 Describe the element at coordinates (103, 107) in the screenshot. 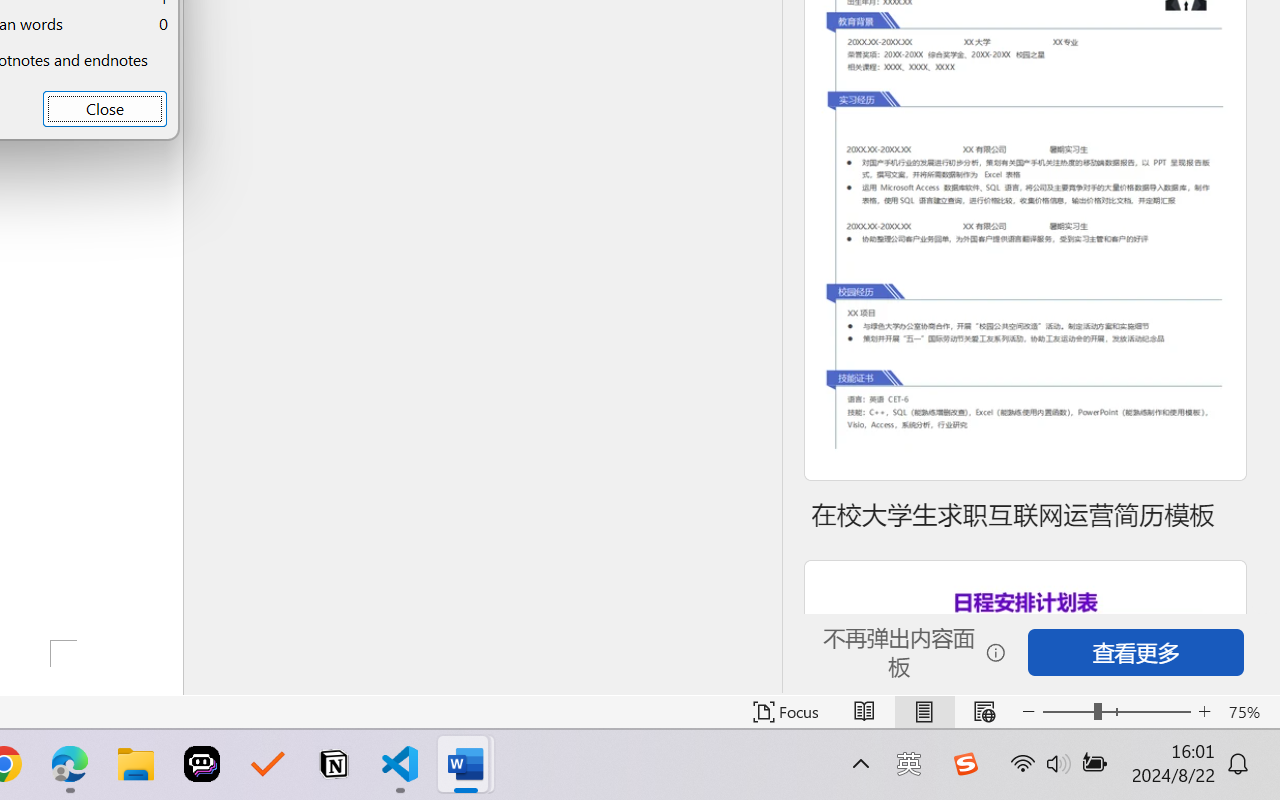

I see `'Close'` at that location.